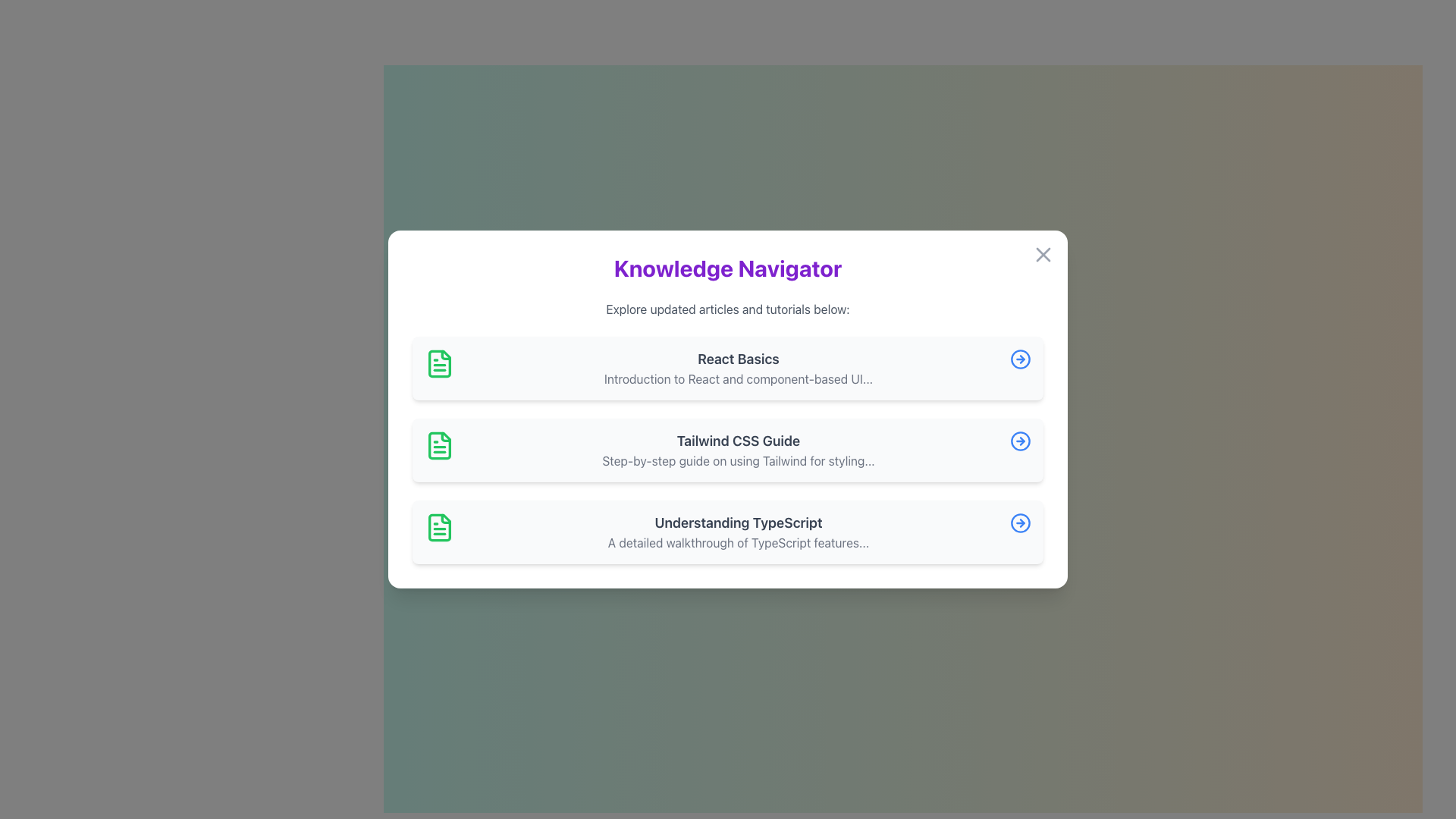 The width and height of the screenshot is (1456, 819). What do you see at coordinates (439, 444) in the screenshot?
I see `the green document icon located to the left of the title 'Tailwind CSS Guide' in the vertical list of items` at bounding box center [439, 444].